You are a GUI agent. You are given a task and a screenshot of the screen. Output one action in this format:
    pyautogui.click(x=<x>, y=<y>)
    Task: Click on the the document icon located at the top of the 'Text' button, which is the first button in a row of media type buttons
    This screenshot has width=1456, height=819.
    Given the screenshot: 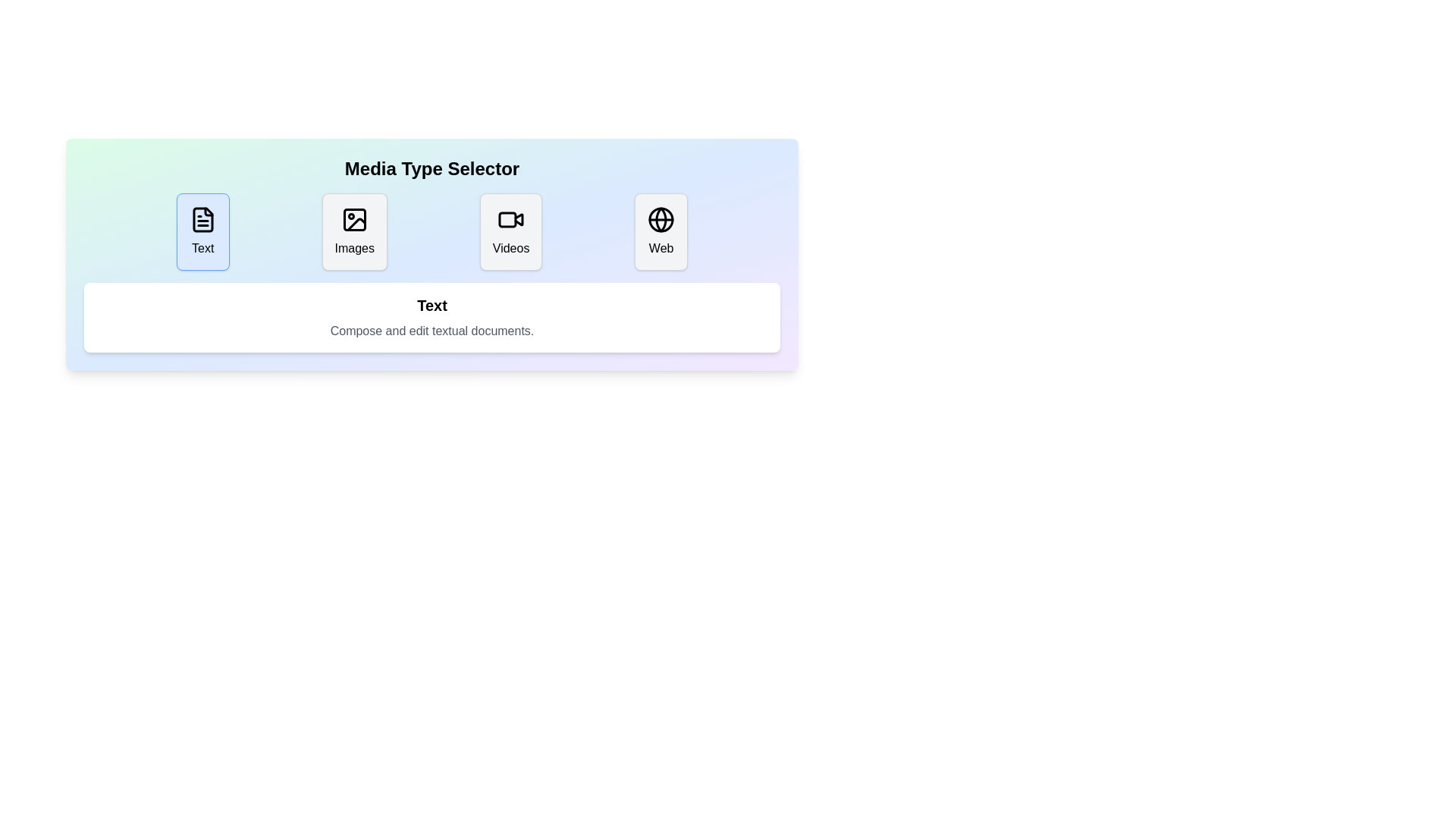 What is the action you would take?
    pyautogui.click(x=202, y=219)
    